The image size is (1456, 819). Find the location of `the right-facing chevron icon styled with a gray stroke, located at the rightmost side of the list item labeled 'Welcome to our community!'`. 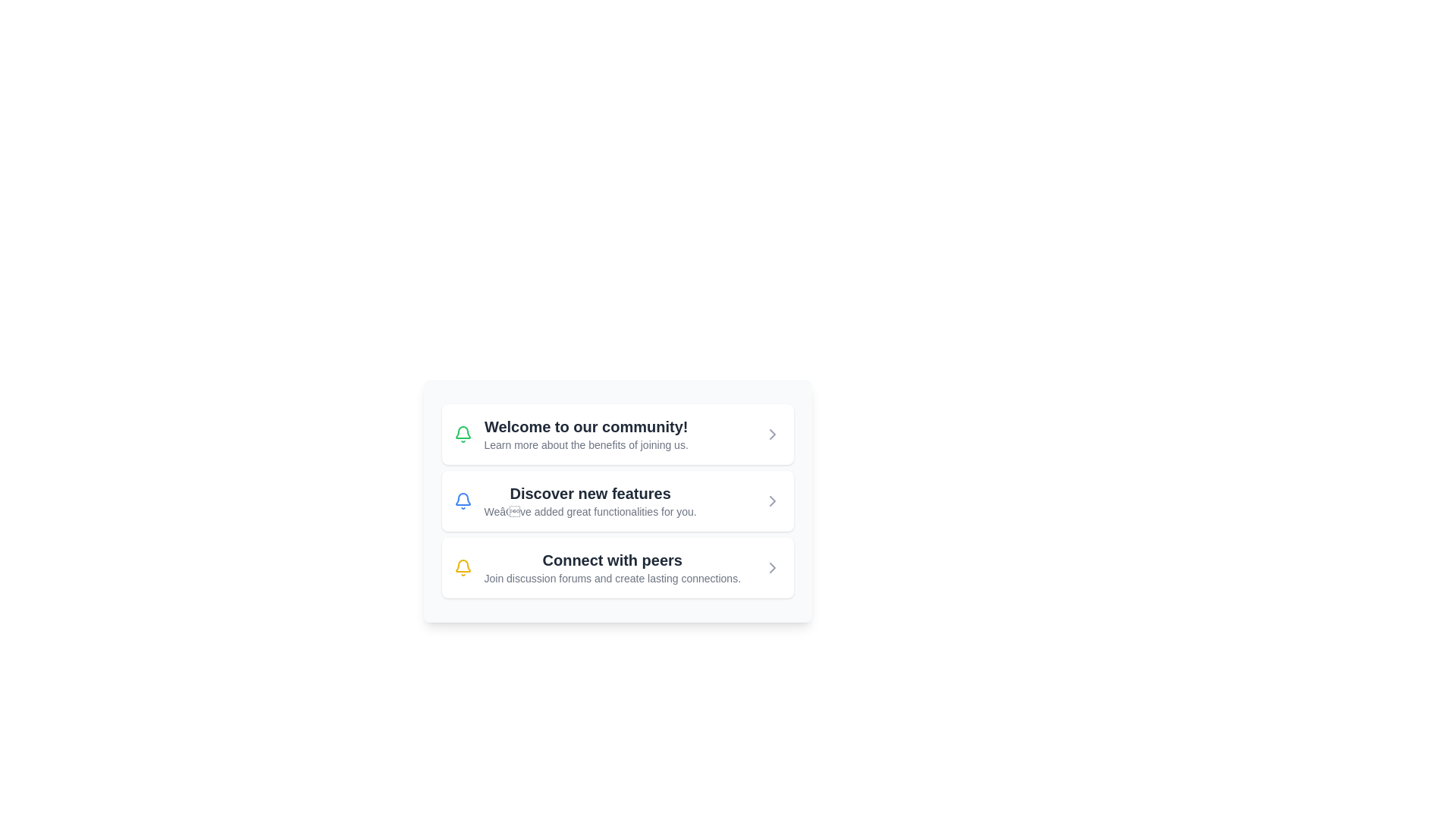

the right-facing chevron icon styled with a gray stroke, located at the rightmost side of the list item labeled 'Welcome to our community!' is located at coordinates (772, 435).